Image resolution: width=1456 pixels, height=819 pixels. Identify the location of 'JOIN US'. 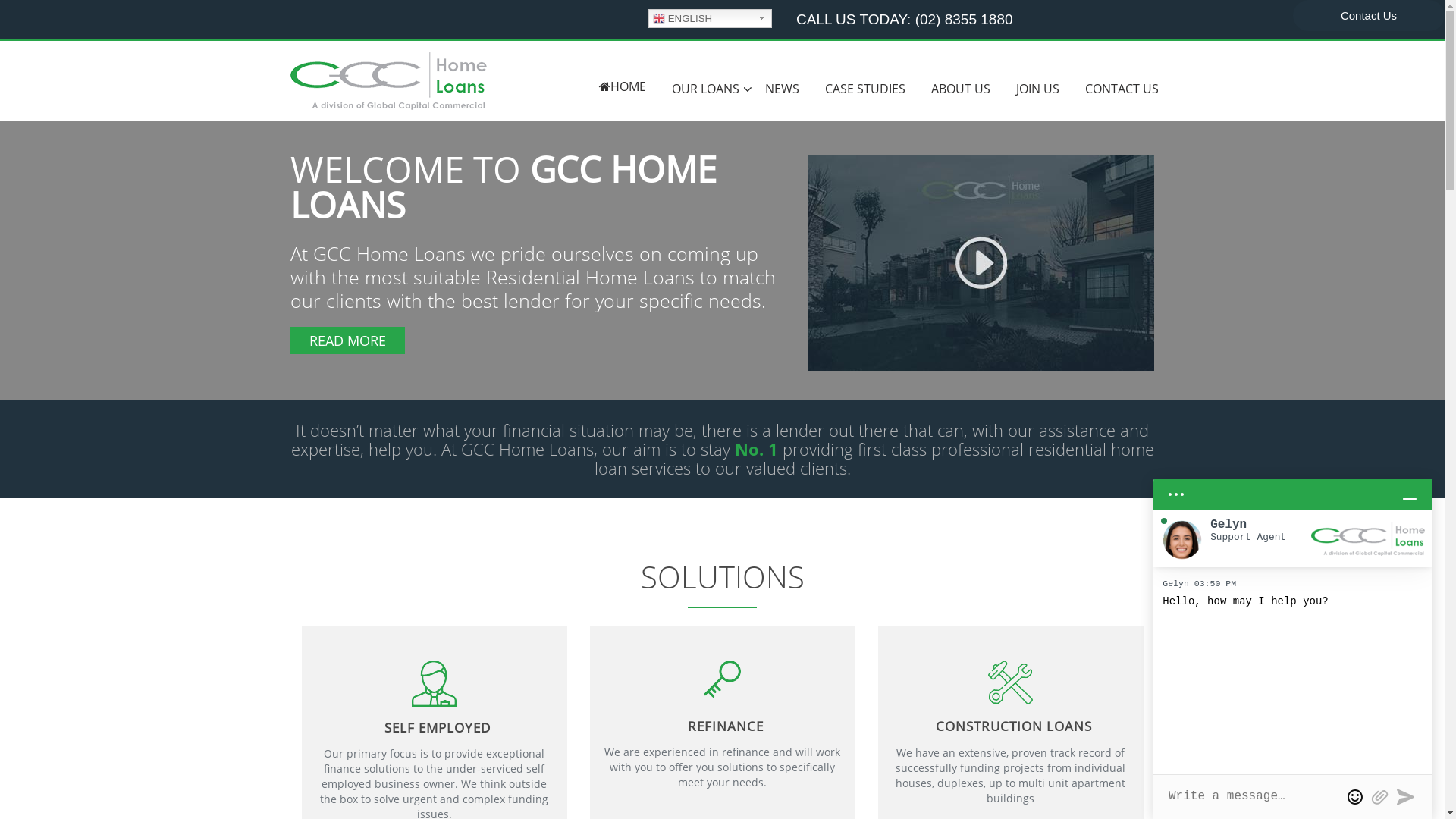
(1036, 89).